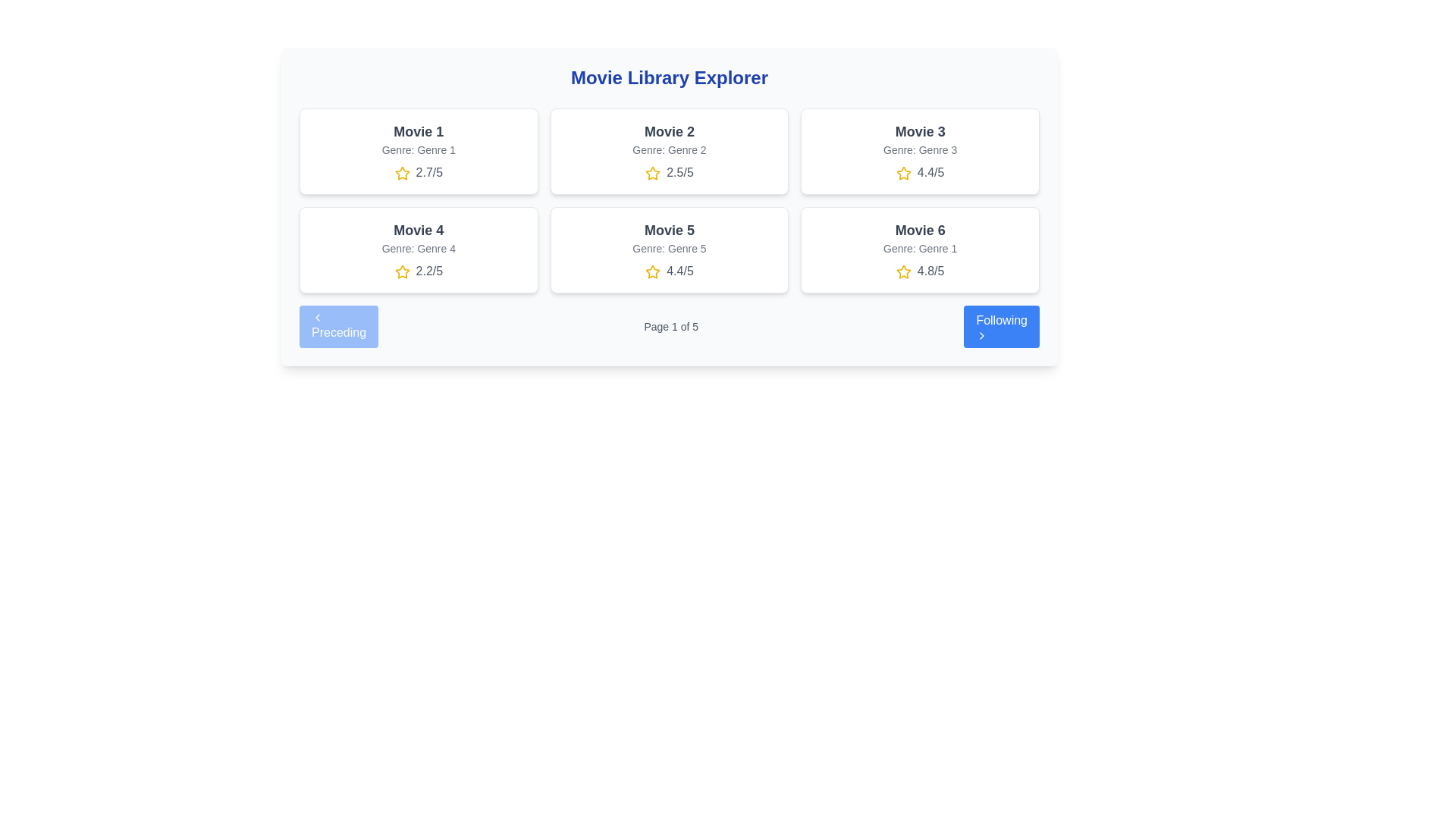 This screenshot has height=819, width=1456. What do you see at coordinates (316, 317) in the screenshot?
I see `the visual indicator icon located in the left-hand side of the 'Preceding' navigation button at the bottom section of the interface for visual feedback` at bounding box center [316, 317].